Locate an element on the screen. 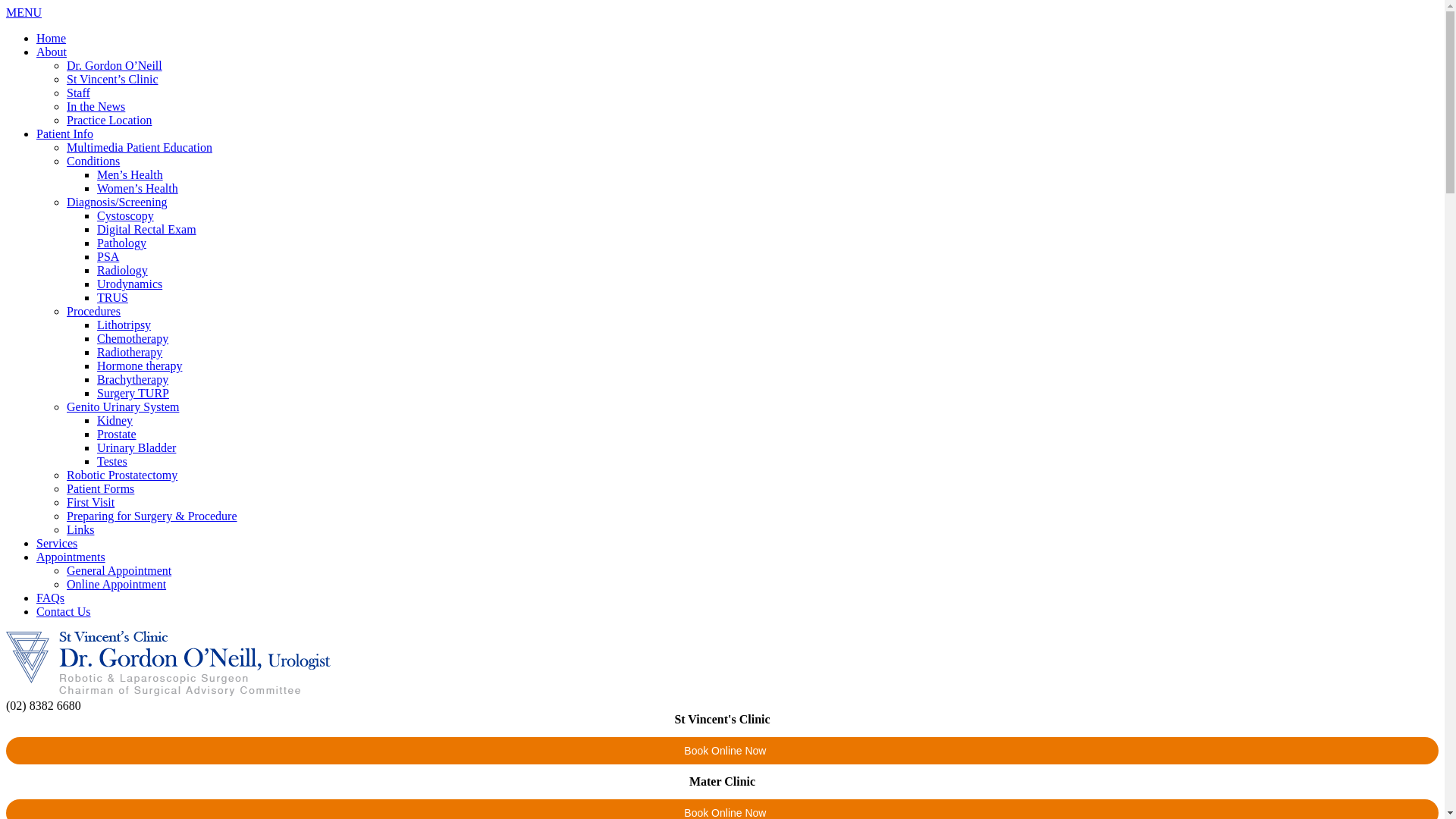  'Multimedia Patient Education' is located at coordinates (139, 147).